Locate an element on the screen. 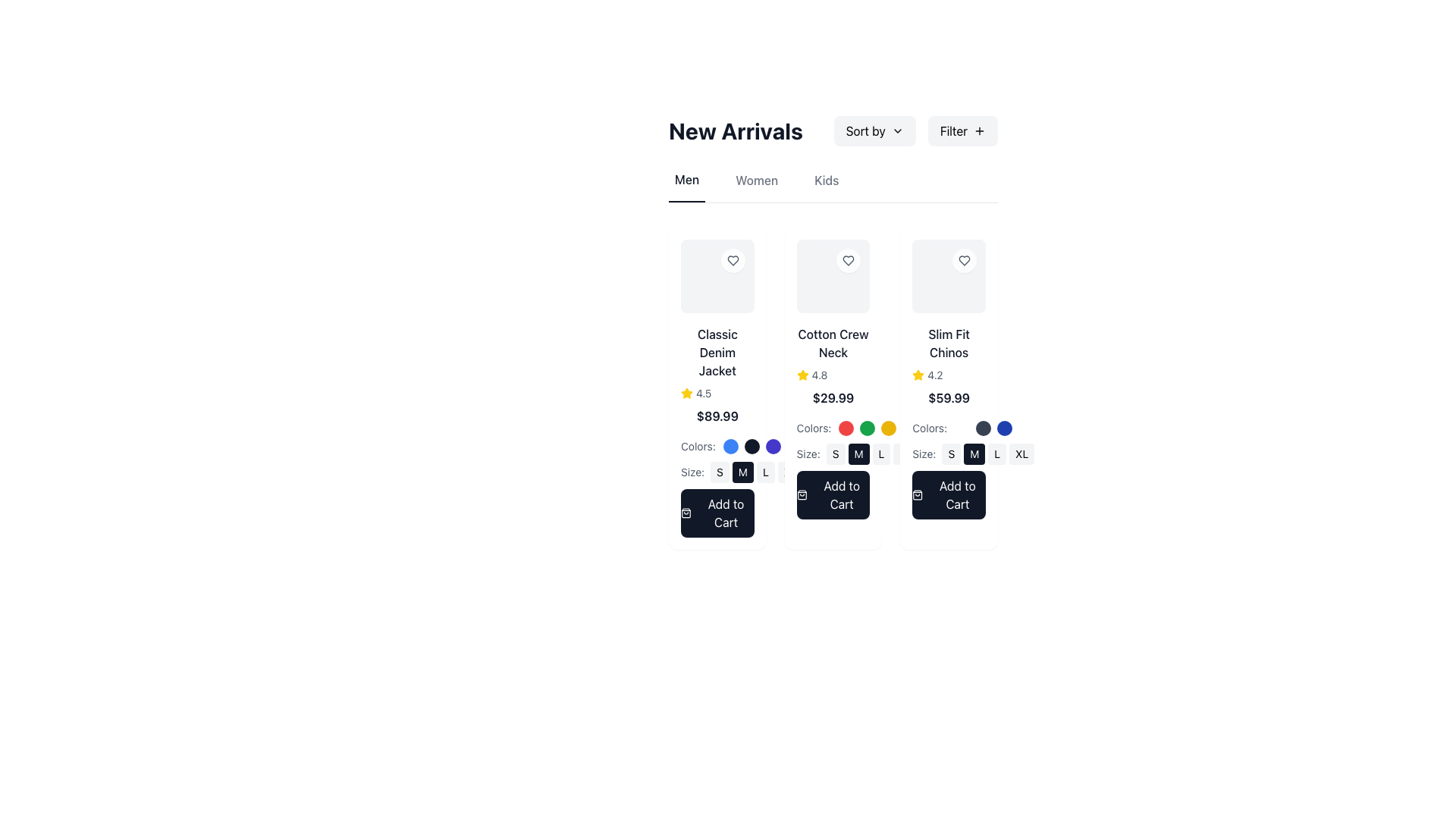 This screenshot has height=819, width=1456. the heart-shaped icon button located inside a rounded white background in the third product card of the 'New Arrivals' section to change its color from gray to red is located at coordinates (964, 259).